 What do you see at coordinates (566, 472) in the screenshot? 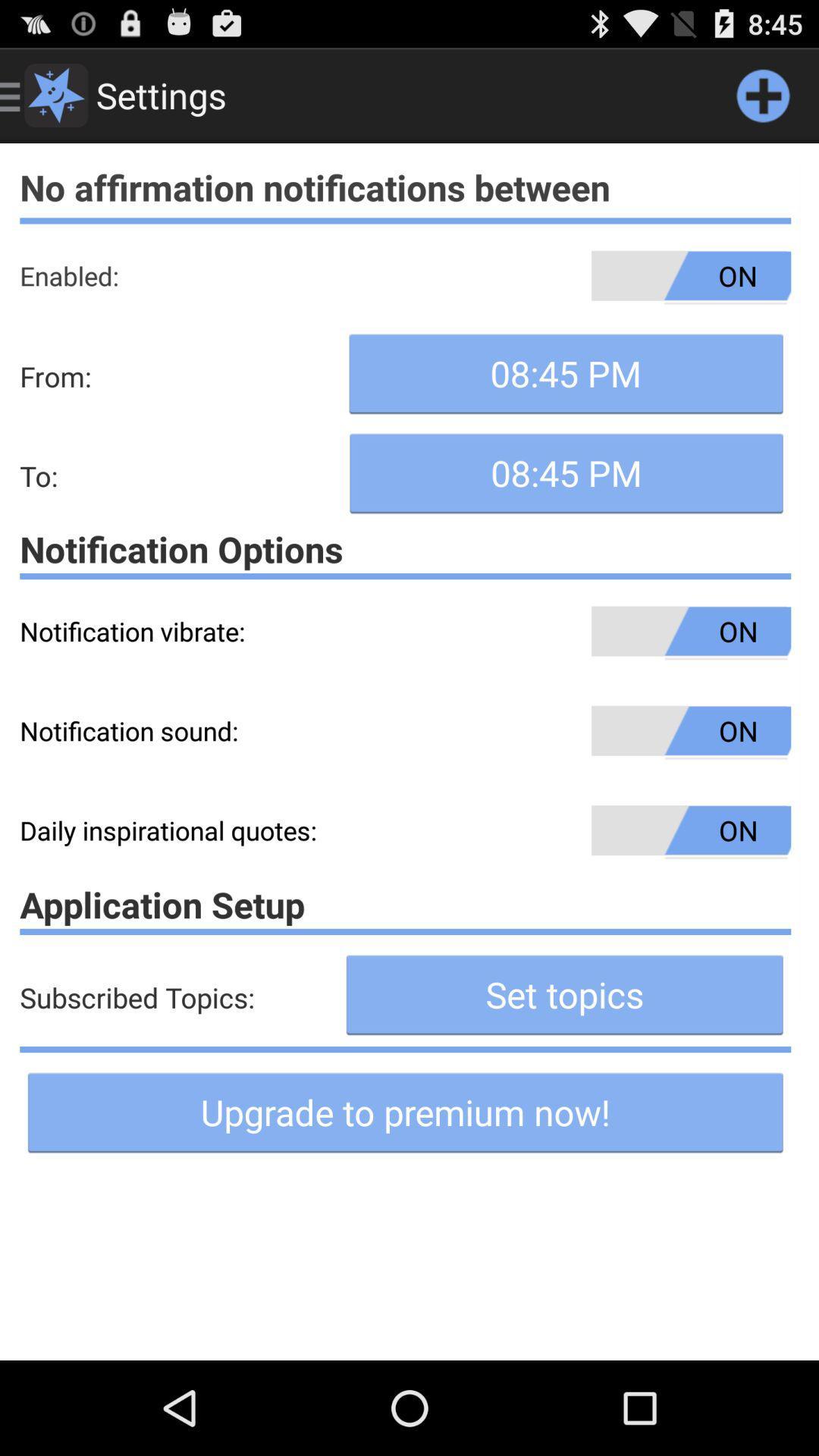
I see `the button beside to` at bounding box center [566, 472].